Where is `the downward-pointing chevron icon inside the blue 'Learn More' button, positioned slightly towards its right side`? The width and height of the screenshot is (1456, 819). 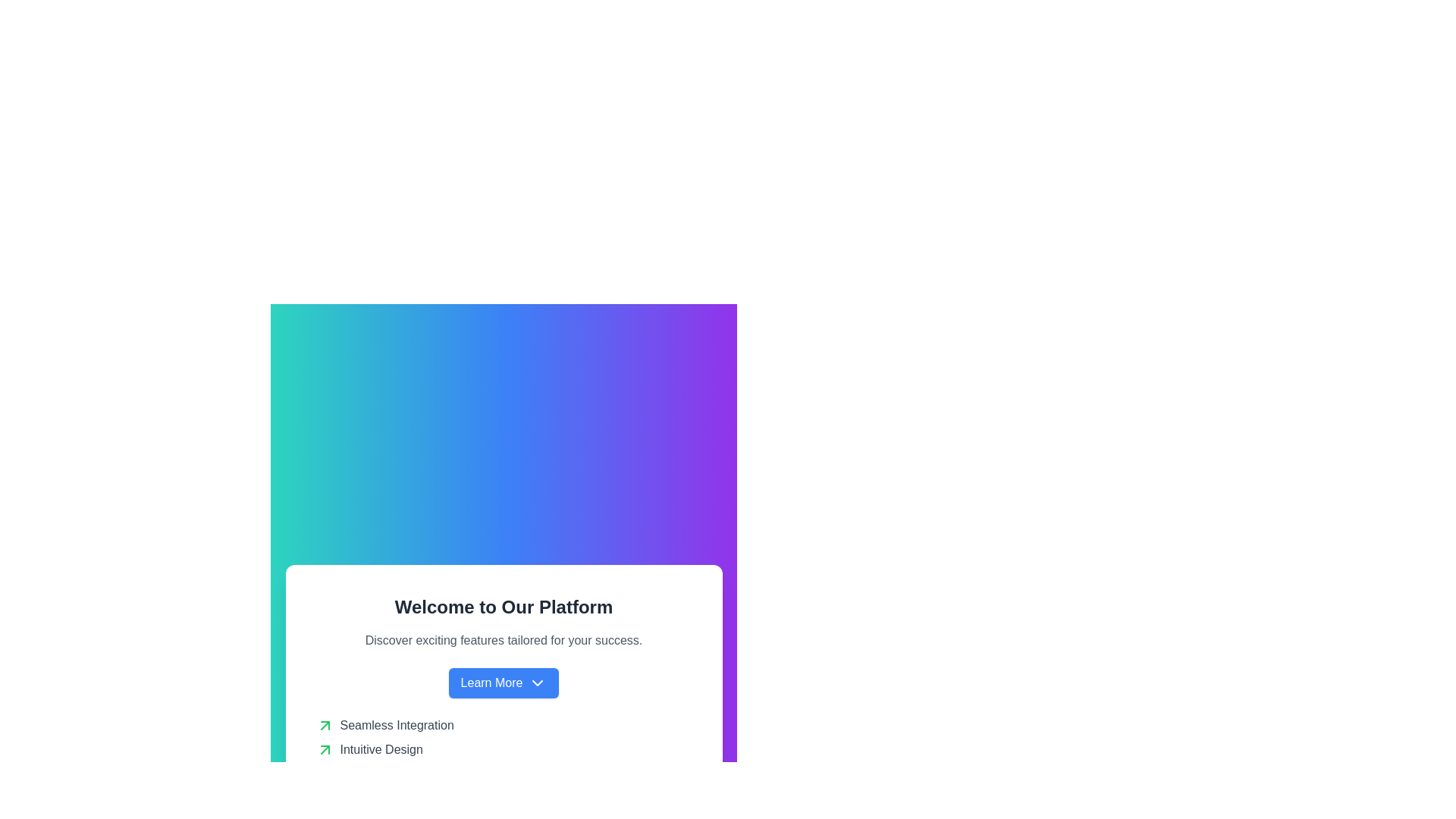 the downward-pointing chevron icon inside the blue 'Learn More' button, positioned slightly towards its right side is located at coordinates (538, 683).